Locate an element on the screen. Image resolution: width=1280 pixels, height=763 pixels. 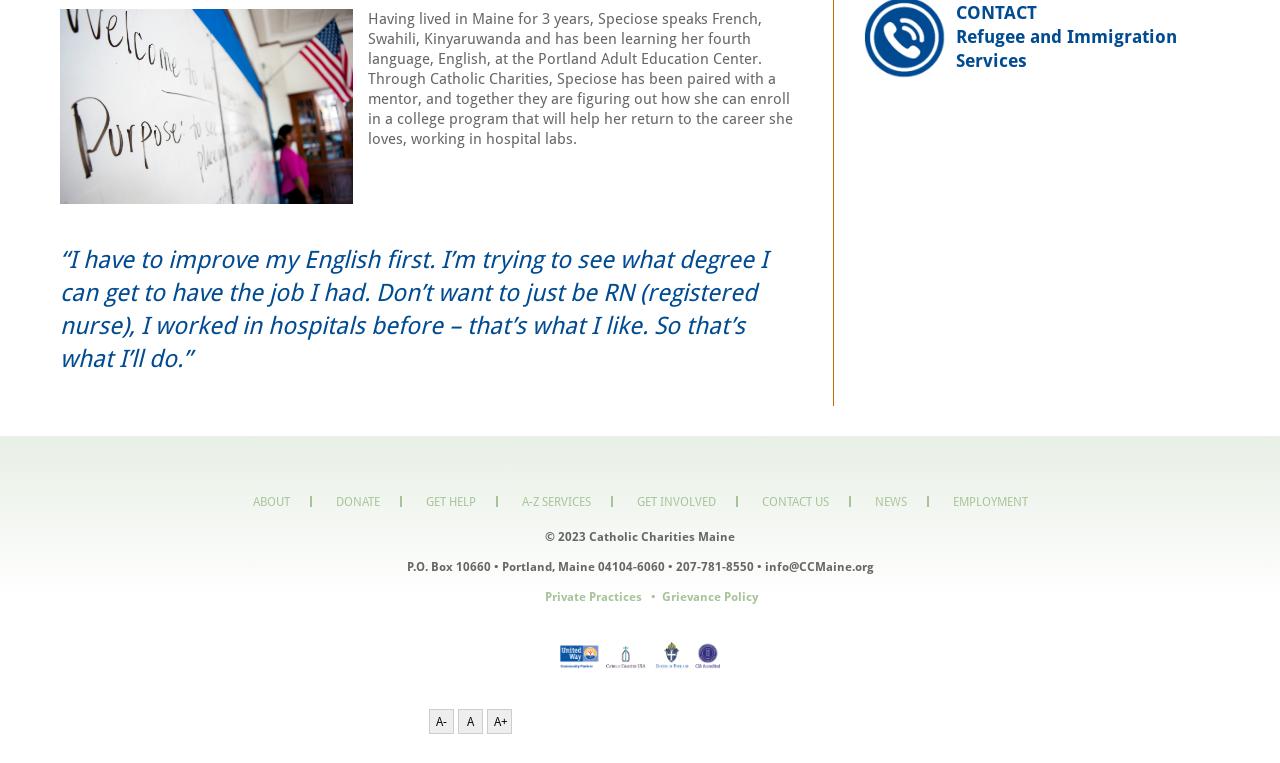
'About' is located at coordinates (269, 500).